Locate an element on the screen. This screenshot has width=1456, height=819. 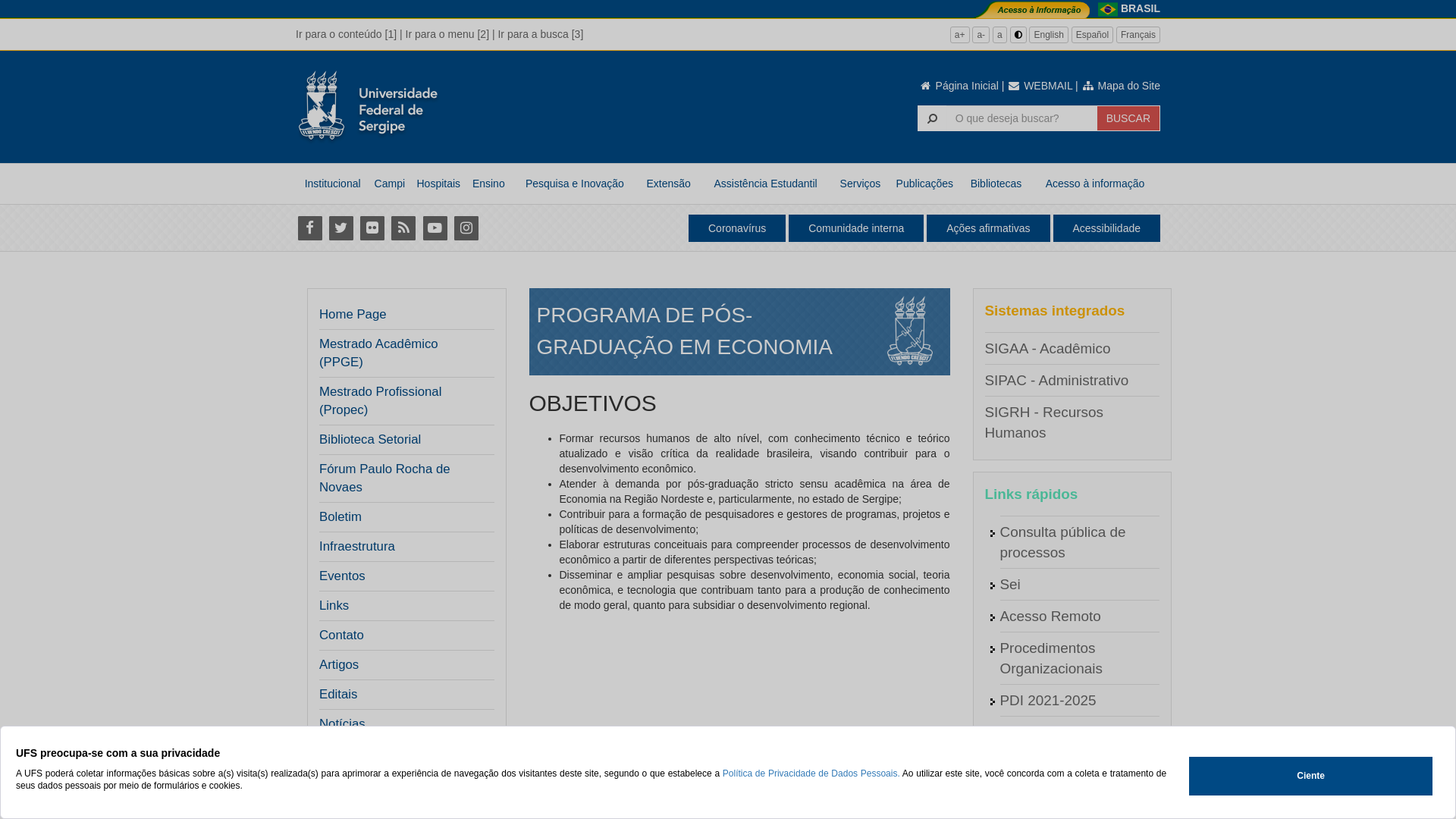
'Sei' is located at coordinates (999, 583).